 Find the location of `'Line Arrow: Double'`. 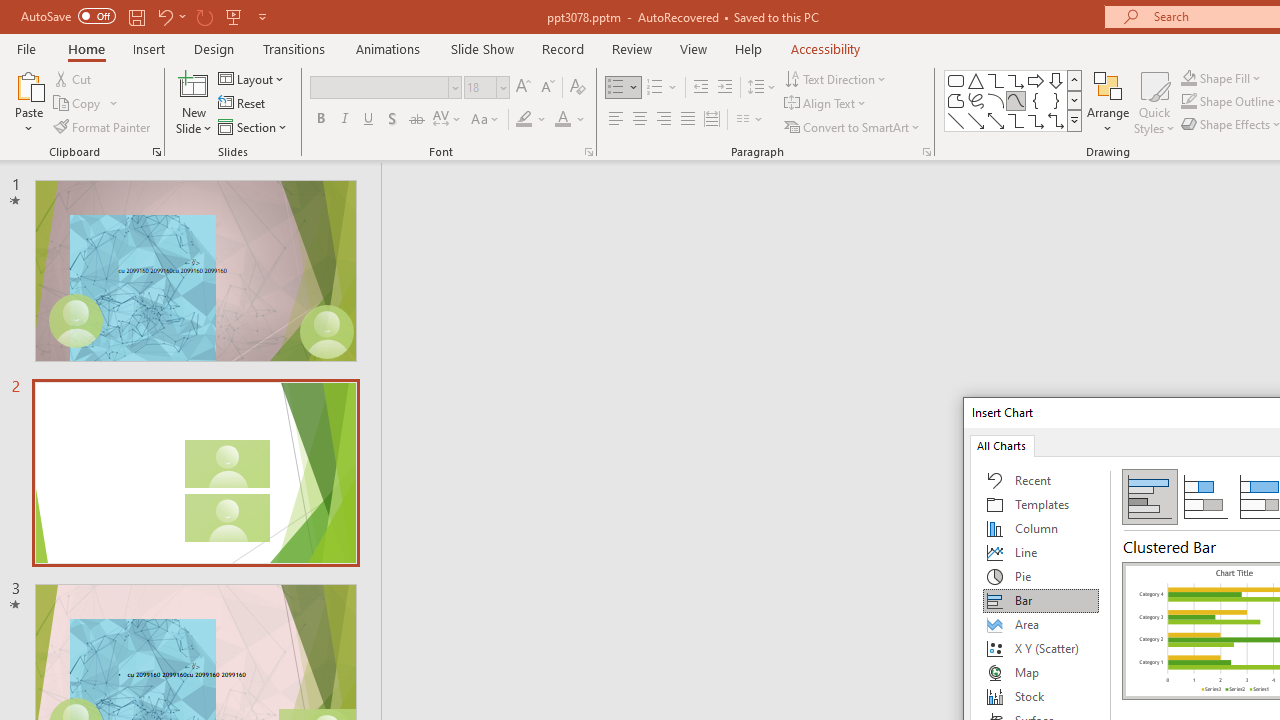

'Line Arrow: Double' is located at coordinates (995, 120).